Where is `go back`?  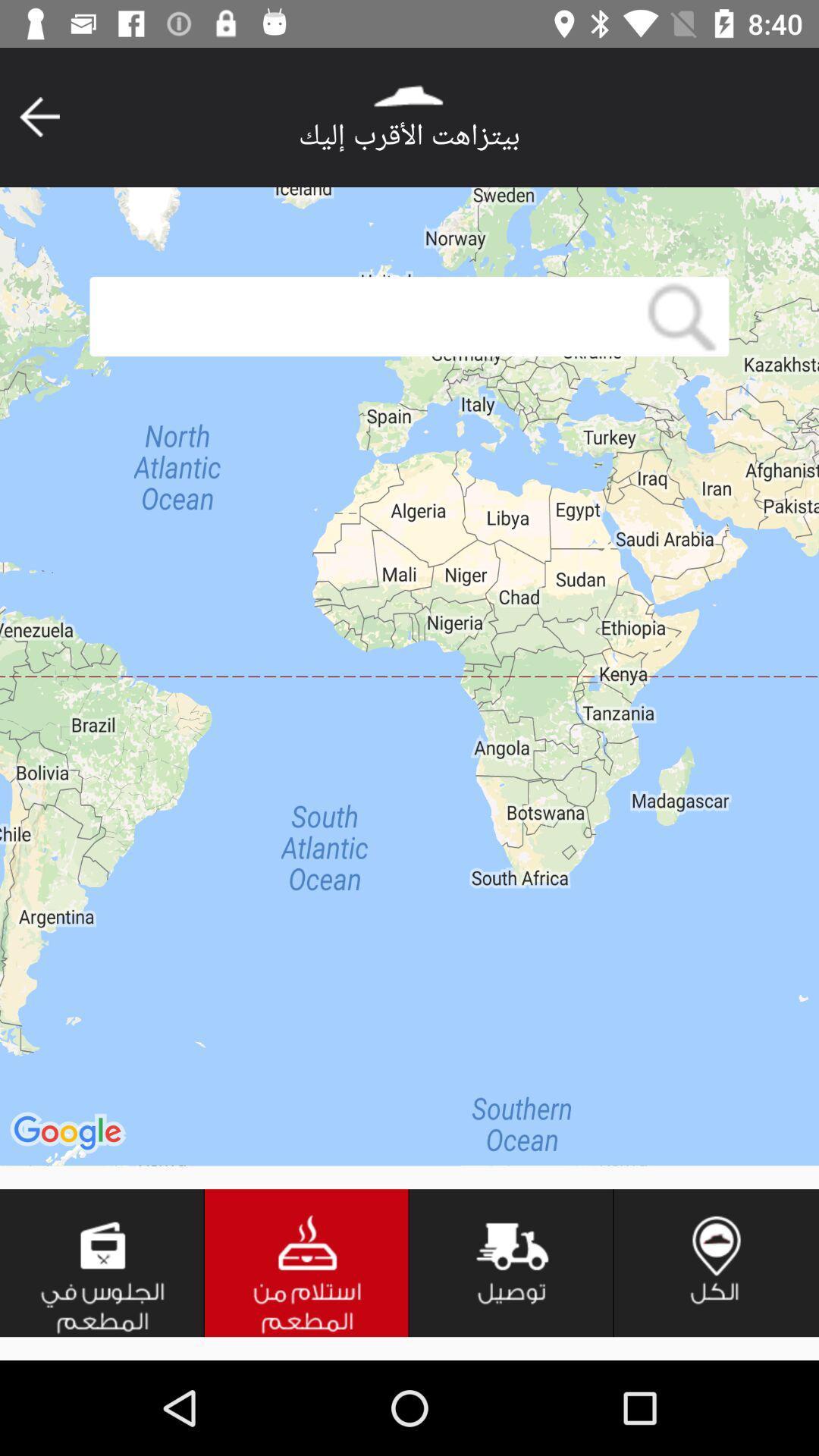 go back is located at coordinates (39, 116).